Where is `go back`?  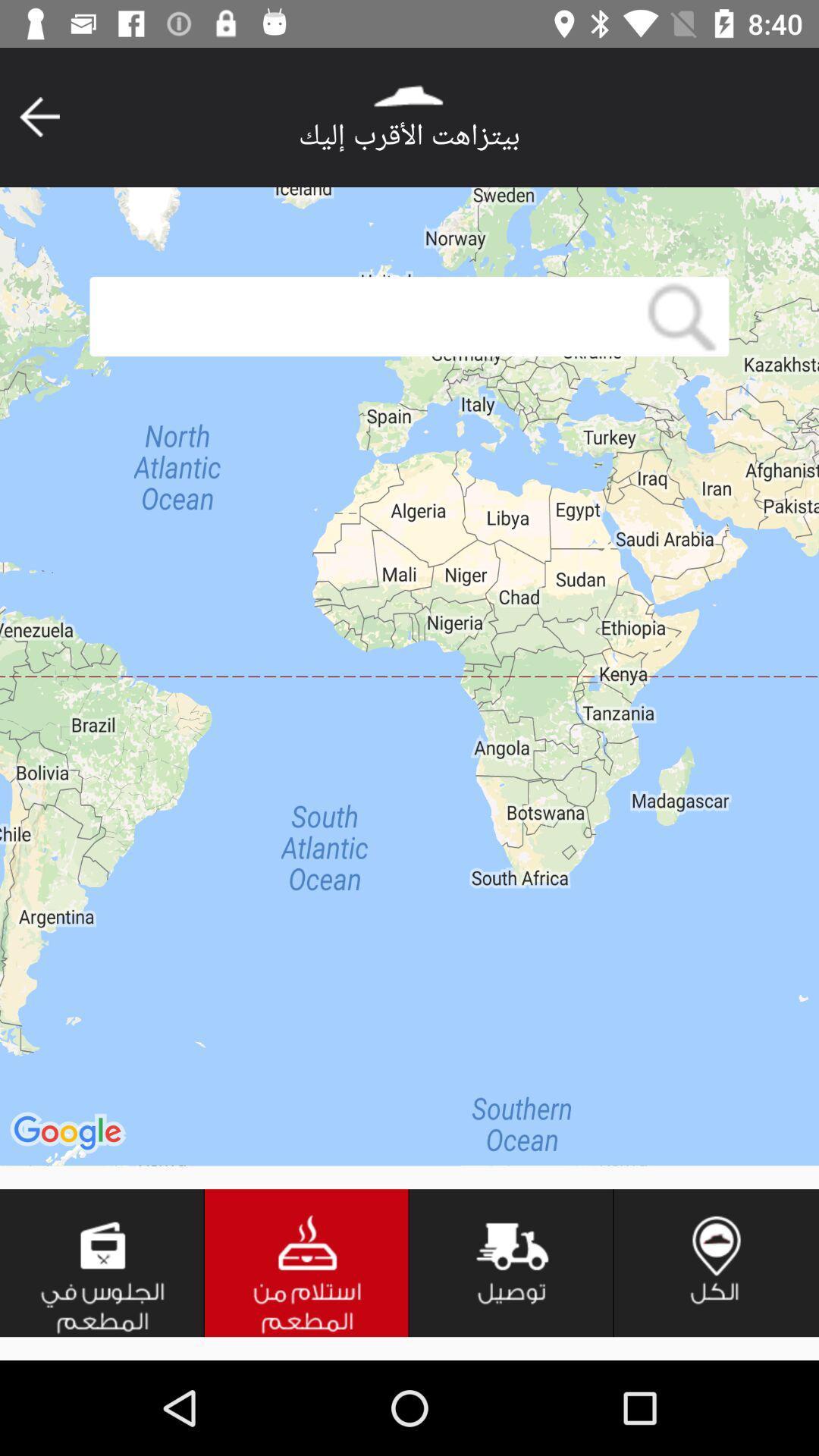 go back is located at coordinates (39, 116).